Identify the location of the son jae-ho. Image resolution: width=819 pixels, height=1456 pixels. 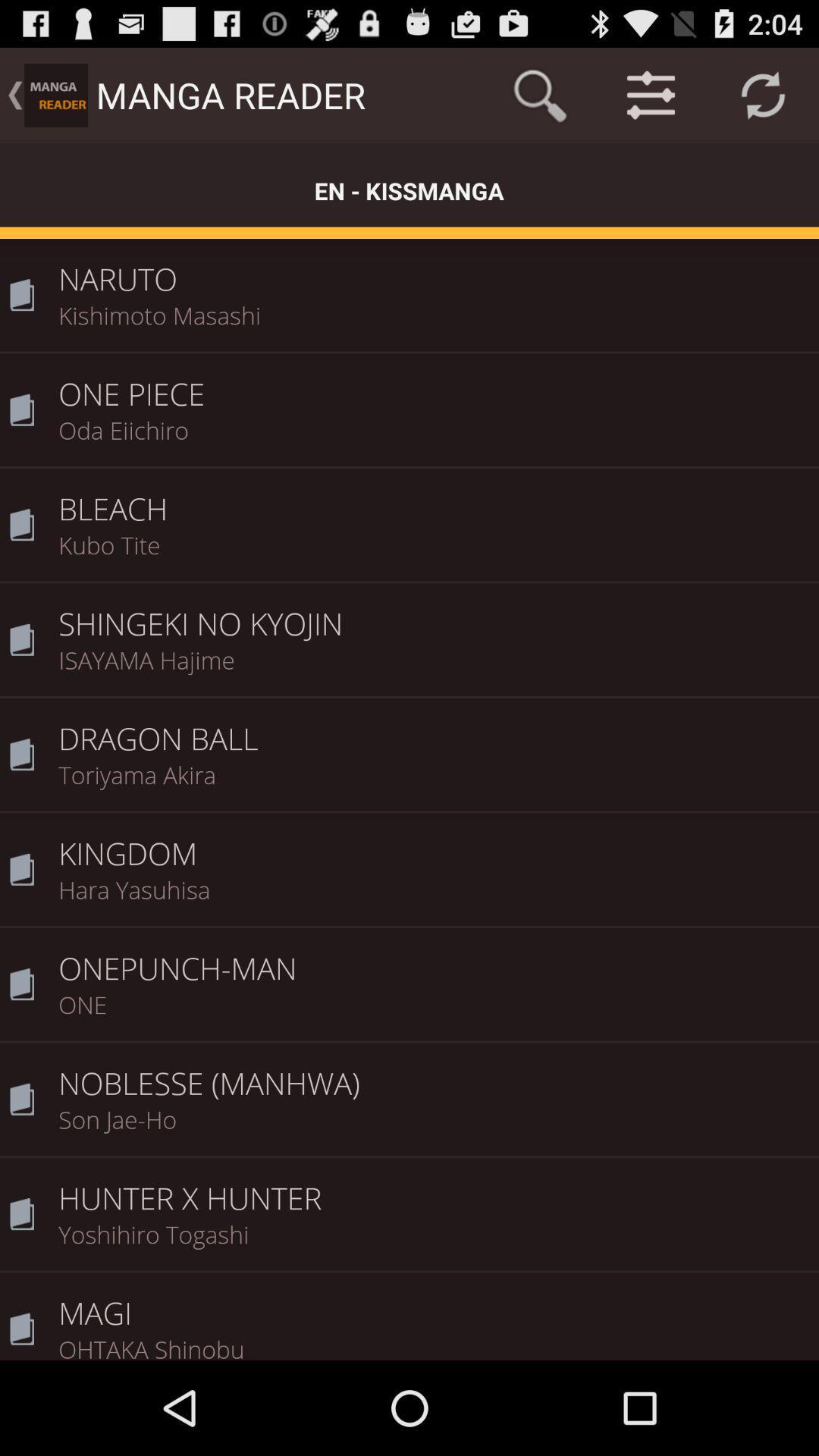
(433, 1129).